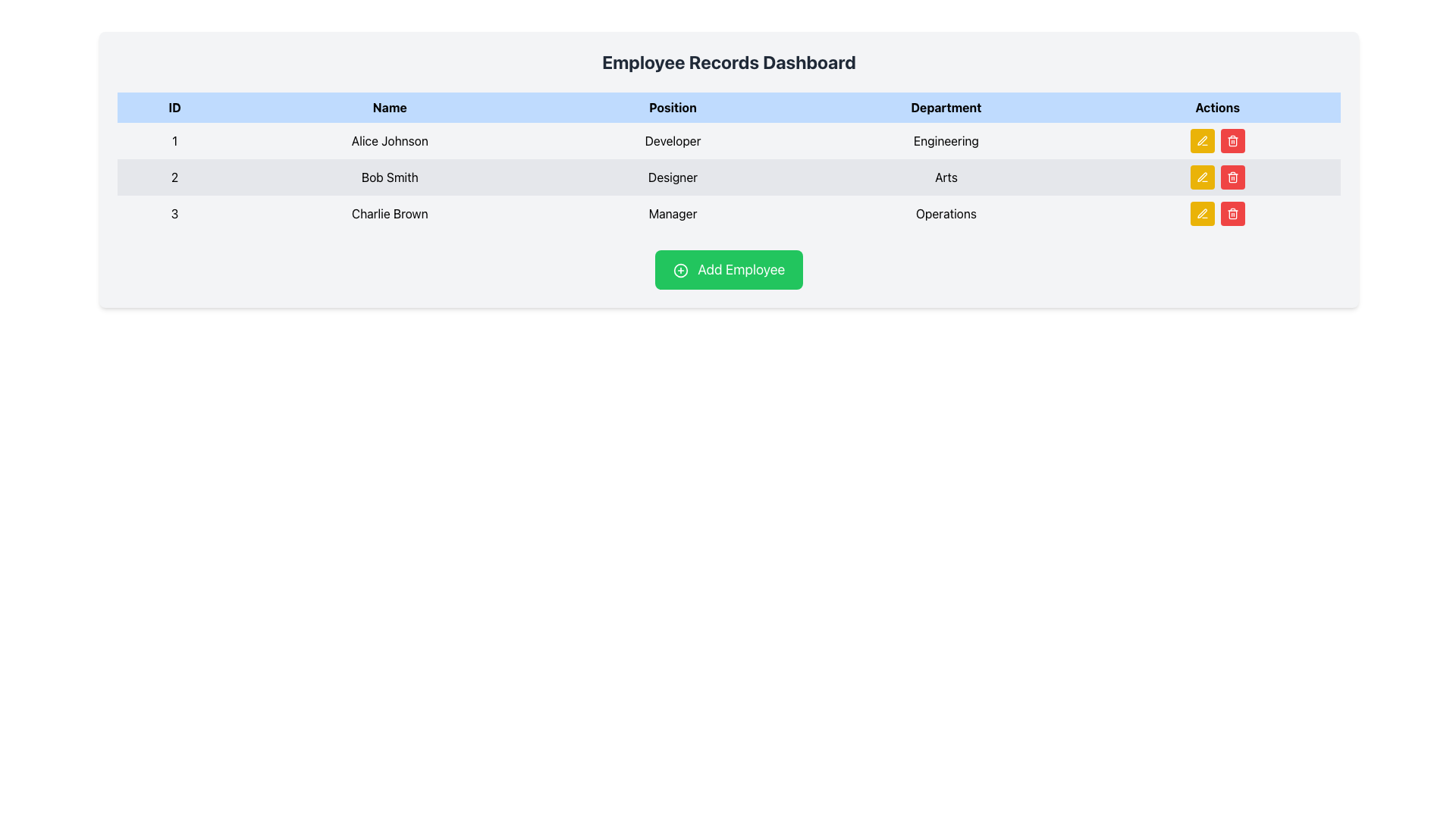 This screenshot has width=1456, height=819. I want to click on the trash can icon representing the 'Delete' action for 'Bob Smith' in the Actions column of the table, so click(1232, 177).